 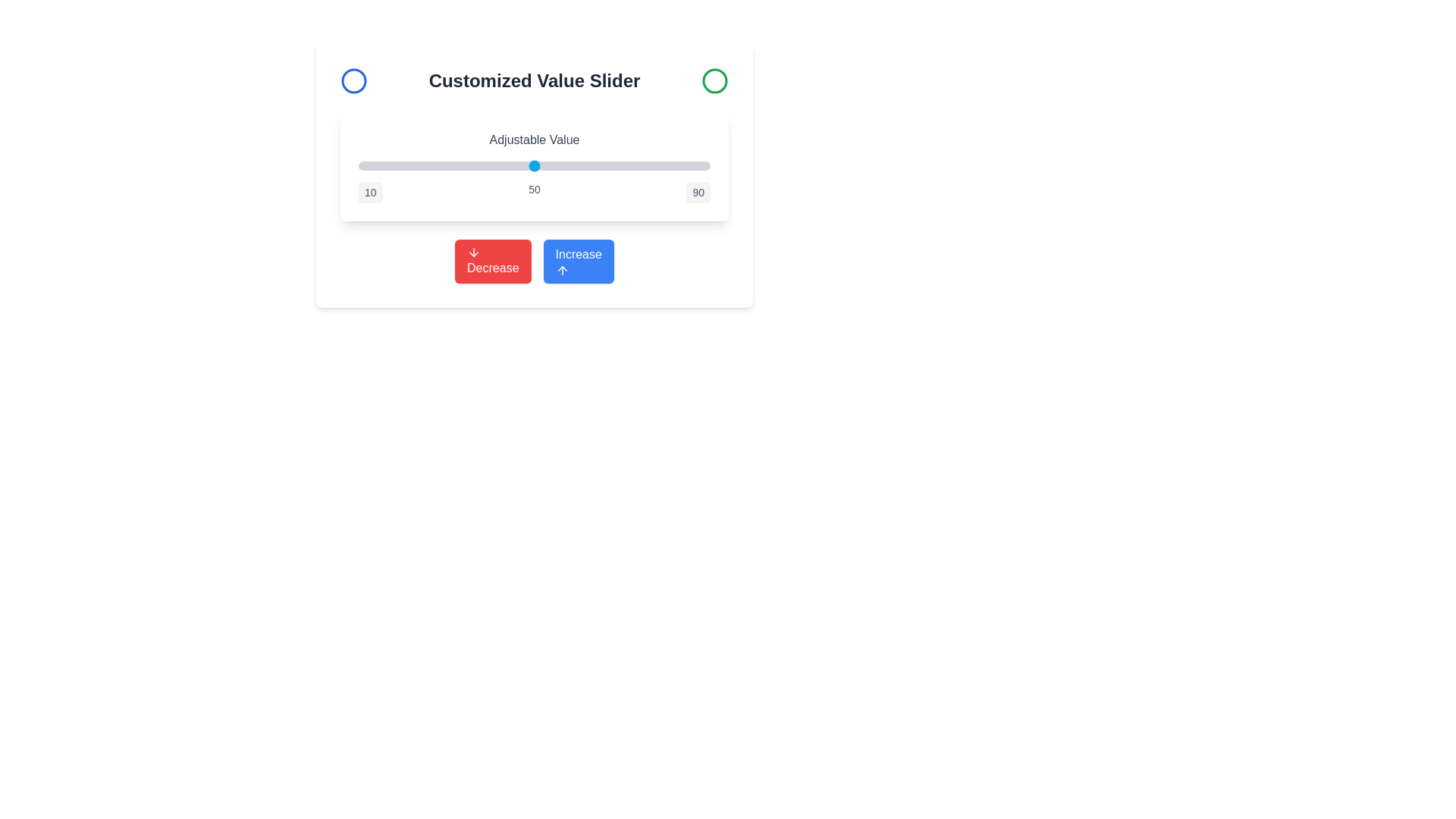 What do you see at coordinates (564, 166) in the screenshot?
I see `the slider's value` at bounding box center [564, 166].